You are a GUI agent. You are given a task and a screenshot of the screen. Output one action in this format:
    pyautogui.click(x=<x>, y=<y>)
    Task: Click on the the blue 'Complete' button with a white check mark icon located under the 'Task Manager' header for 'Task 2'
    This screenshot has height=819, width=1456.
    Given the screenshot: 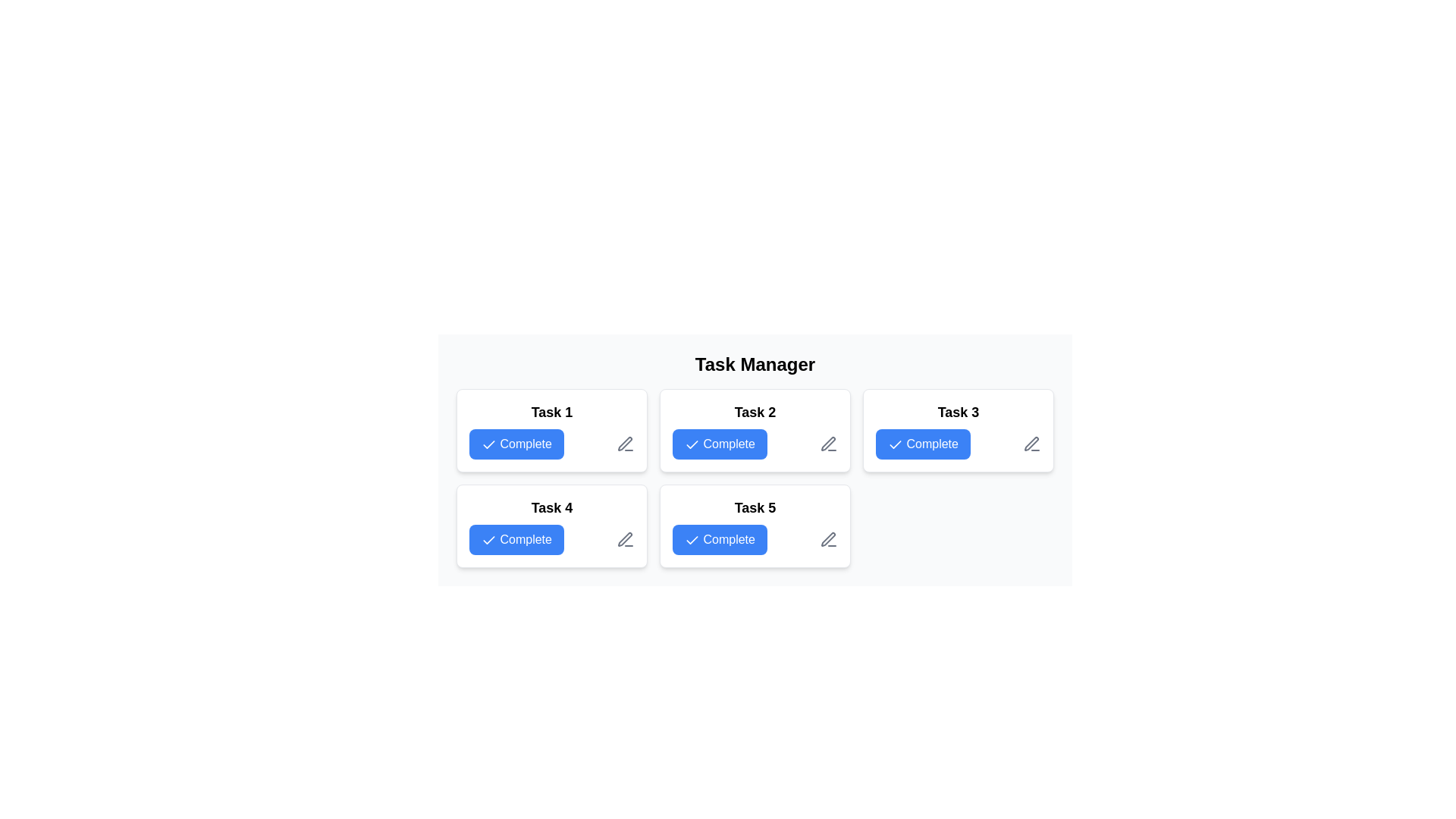 What is the action you would take?
    pyautogui.click(x=719, y=444)
    